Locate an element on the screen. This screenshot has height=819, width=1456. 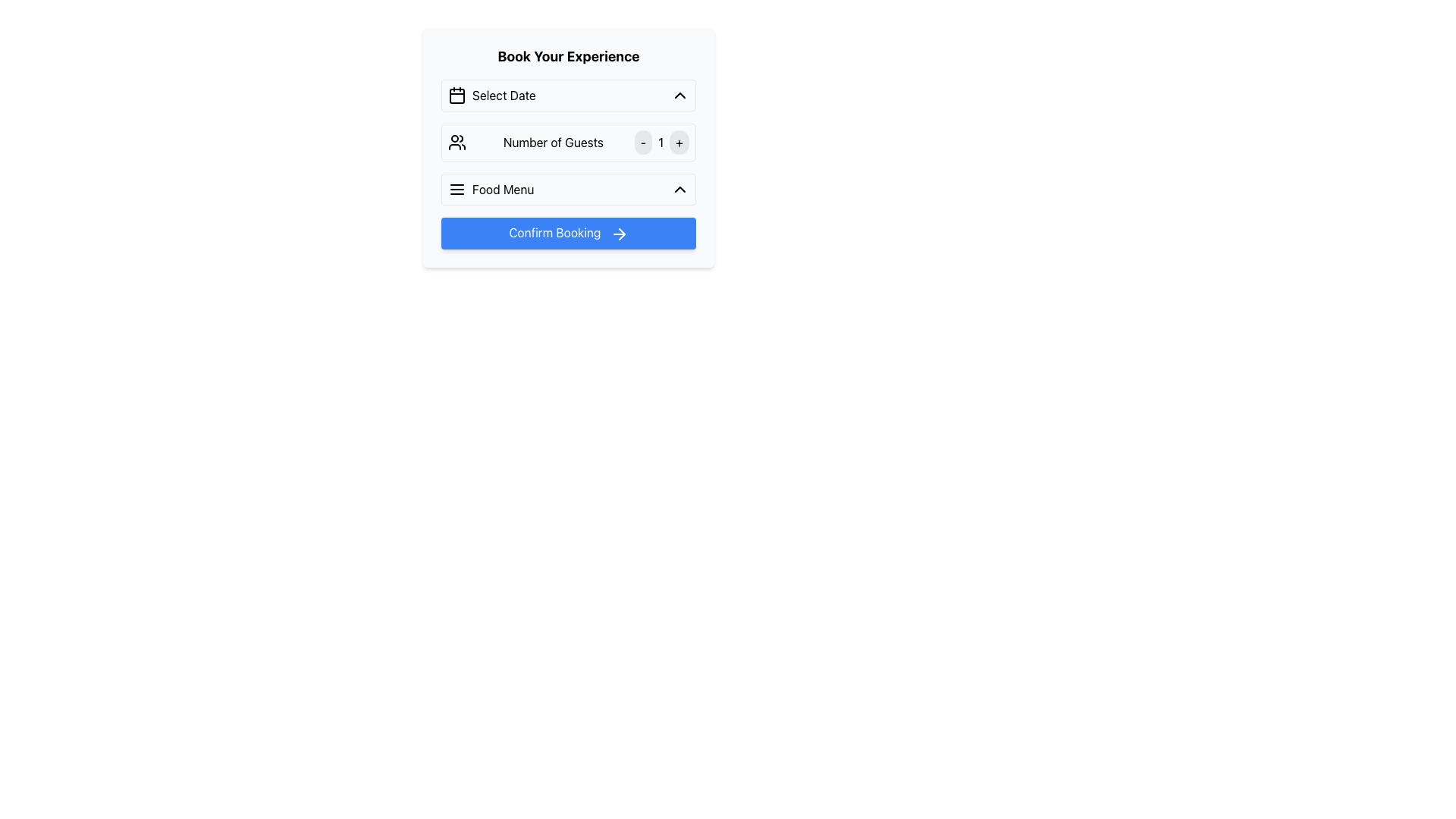
the minimalist line design vector icon representing a group of people, located to the left of the 'Number of Guests' text is located at coordinates (457, 143).